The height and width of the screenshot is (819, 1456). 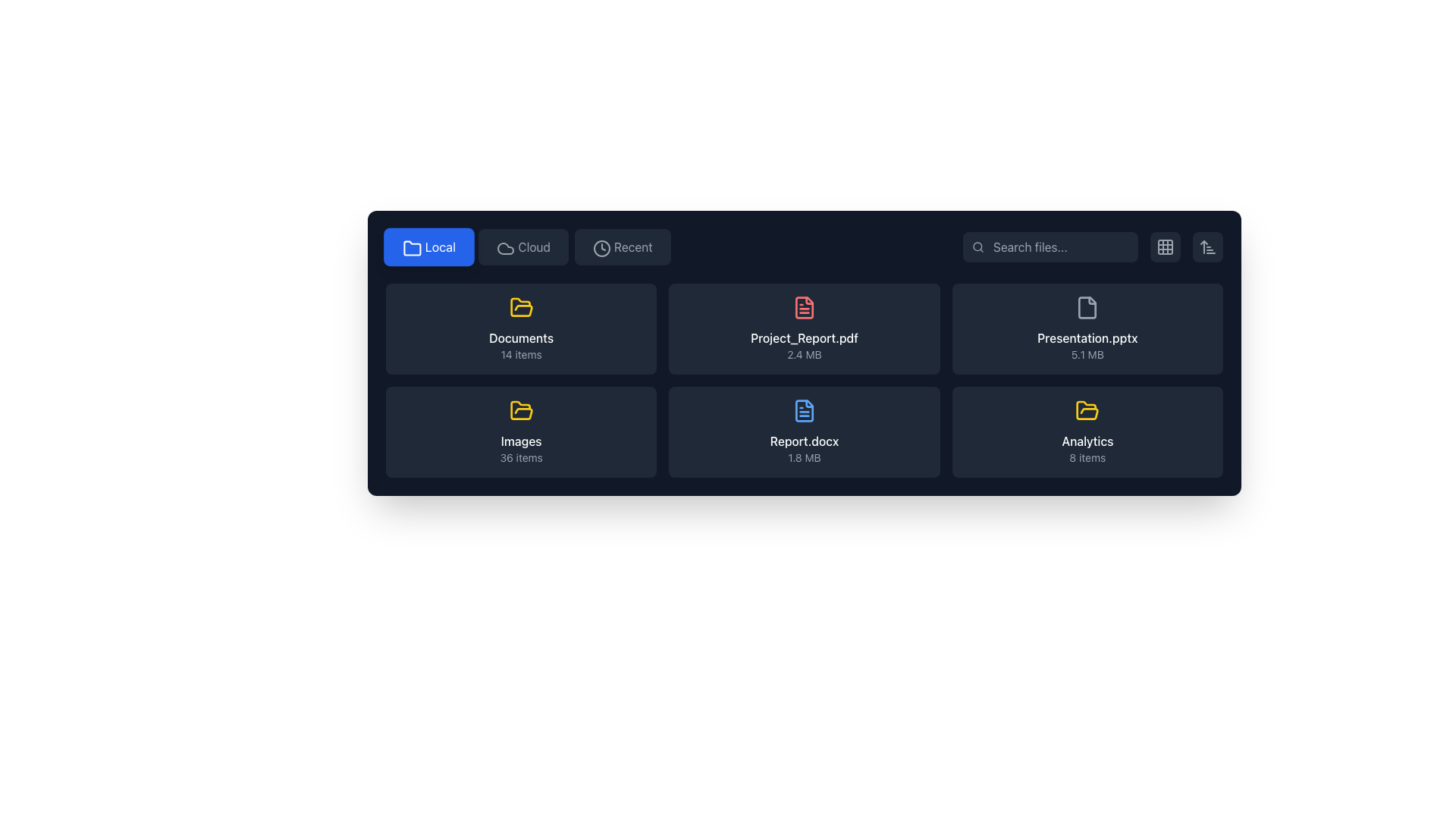 What do you see at coordinates (1207, 246) in the screenshot?
I see `the vertical sorting Button icon with an upward arrow and three horizontal lines located in the top-right corner of the interface` at bounding box center [1207, 246].